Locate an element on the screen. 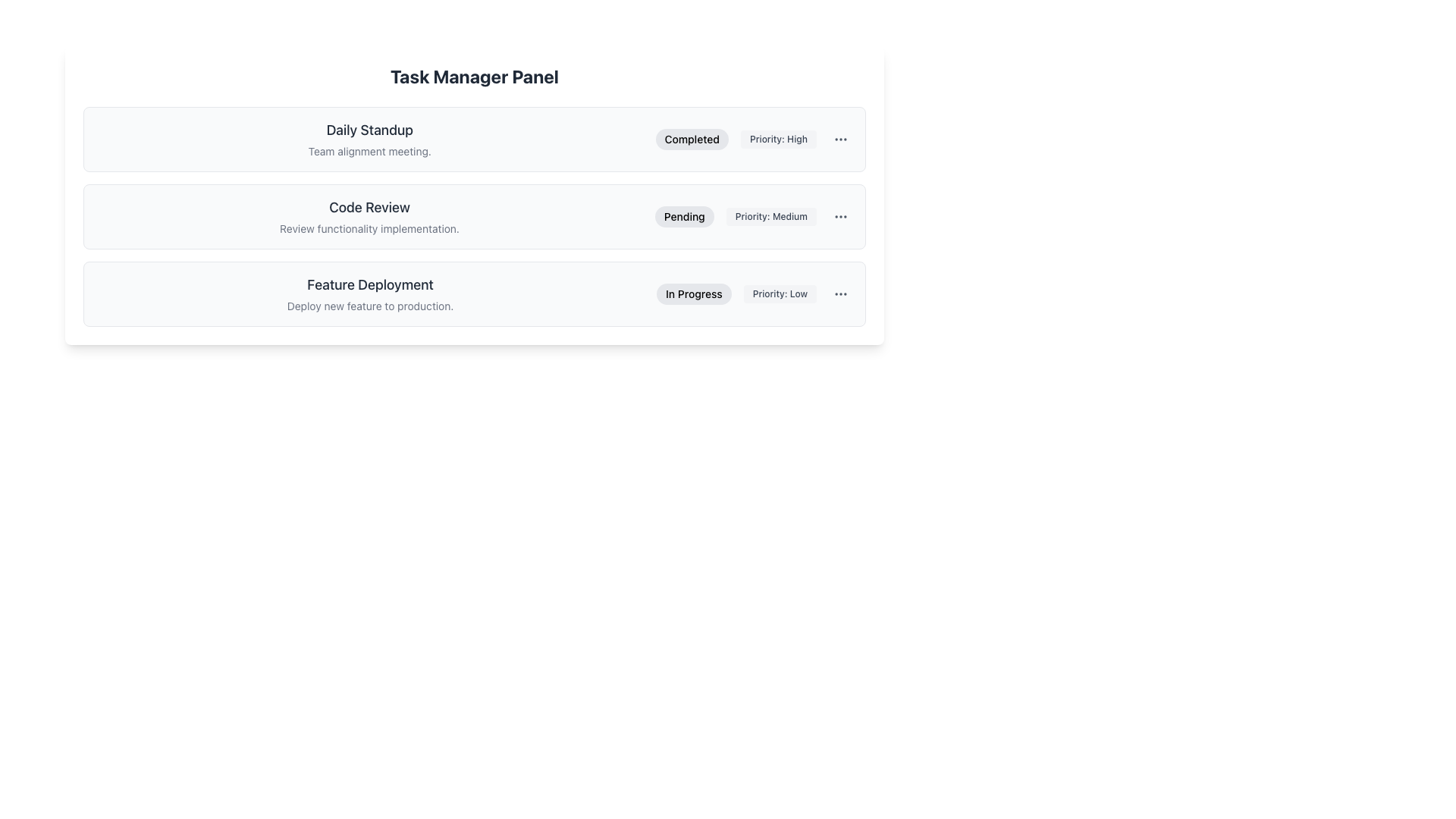 The height and width of the screenshot is (819, 1456). the pill-shaped label with the text 'In Progress' located to the right of the 'Feature Deployment' row in the third list item of the task list is located at coordinates (693, 294).